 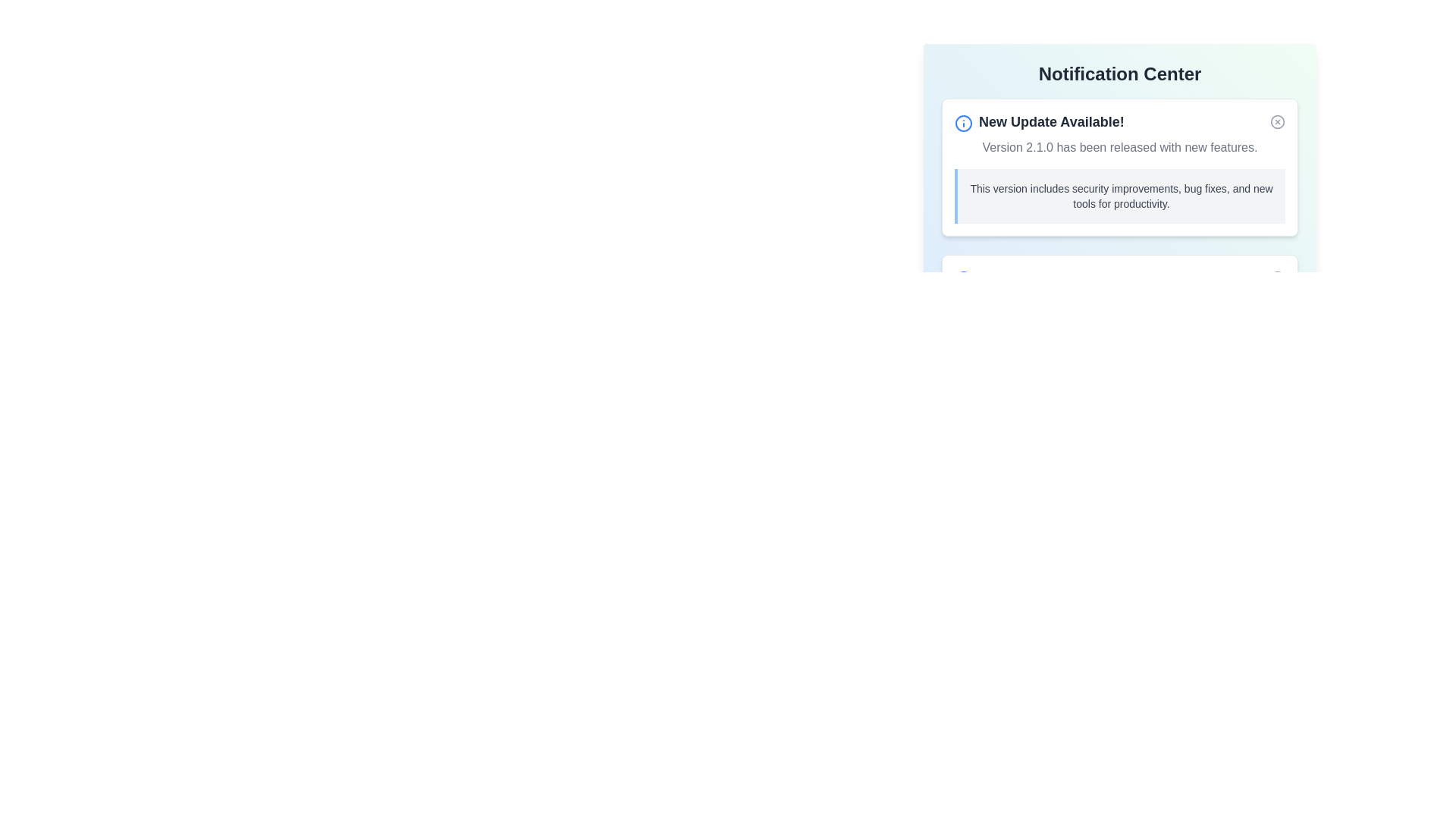 What do you see at coordinates (1276, 121) in the screenshot?
I see `the close button of the alert to dismiss it` at bounding box center [1276, 121].